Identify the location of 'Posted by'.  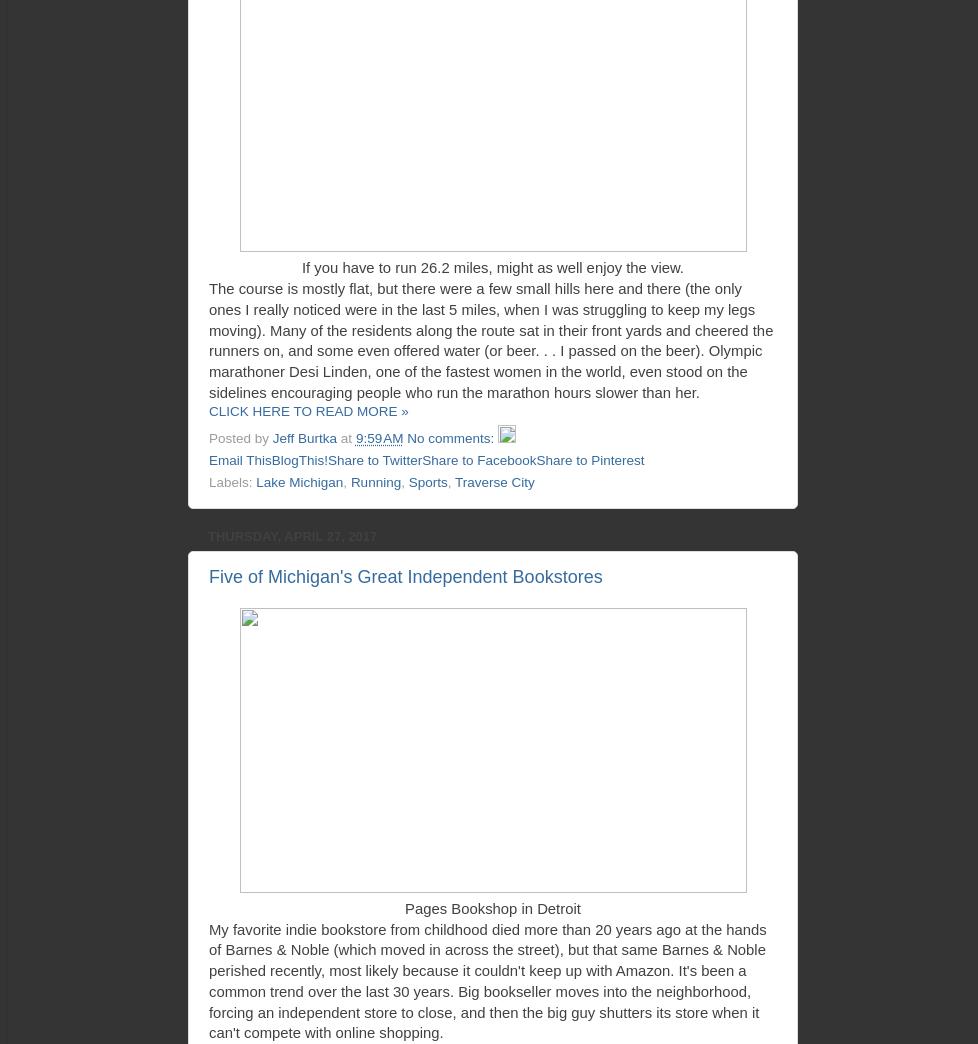
(240, 437).